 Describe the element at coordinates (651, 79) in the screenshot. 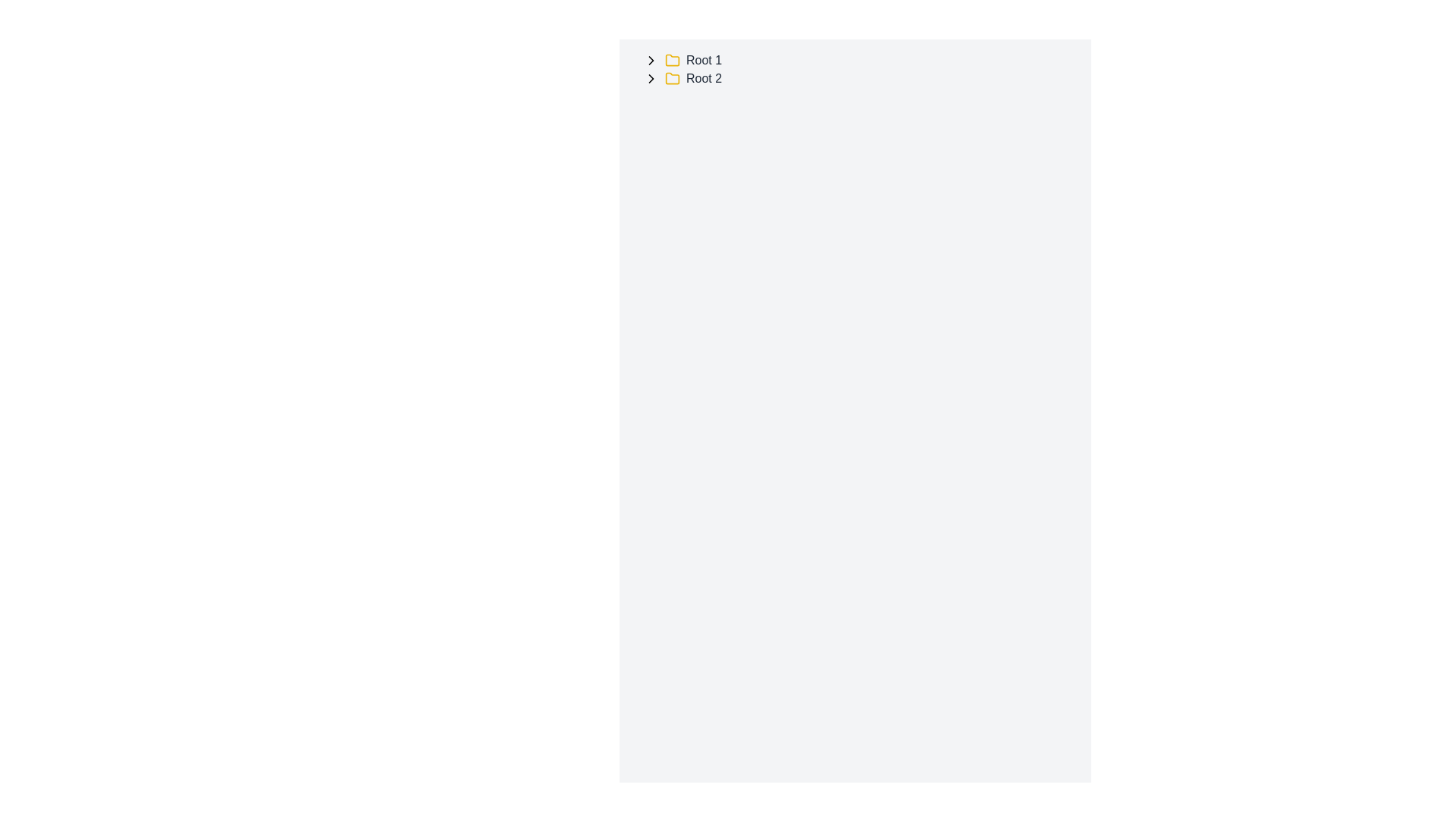

I see `the right-pointing arrow icon located above the 'Root 2' text` at that location.